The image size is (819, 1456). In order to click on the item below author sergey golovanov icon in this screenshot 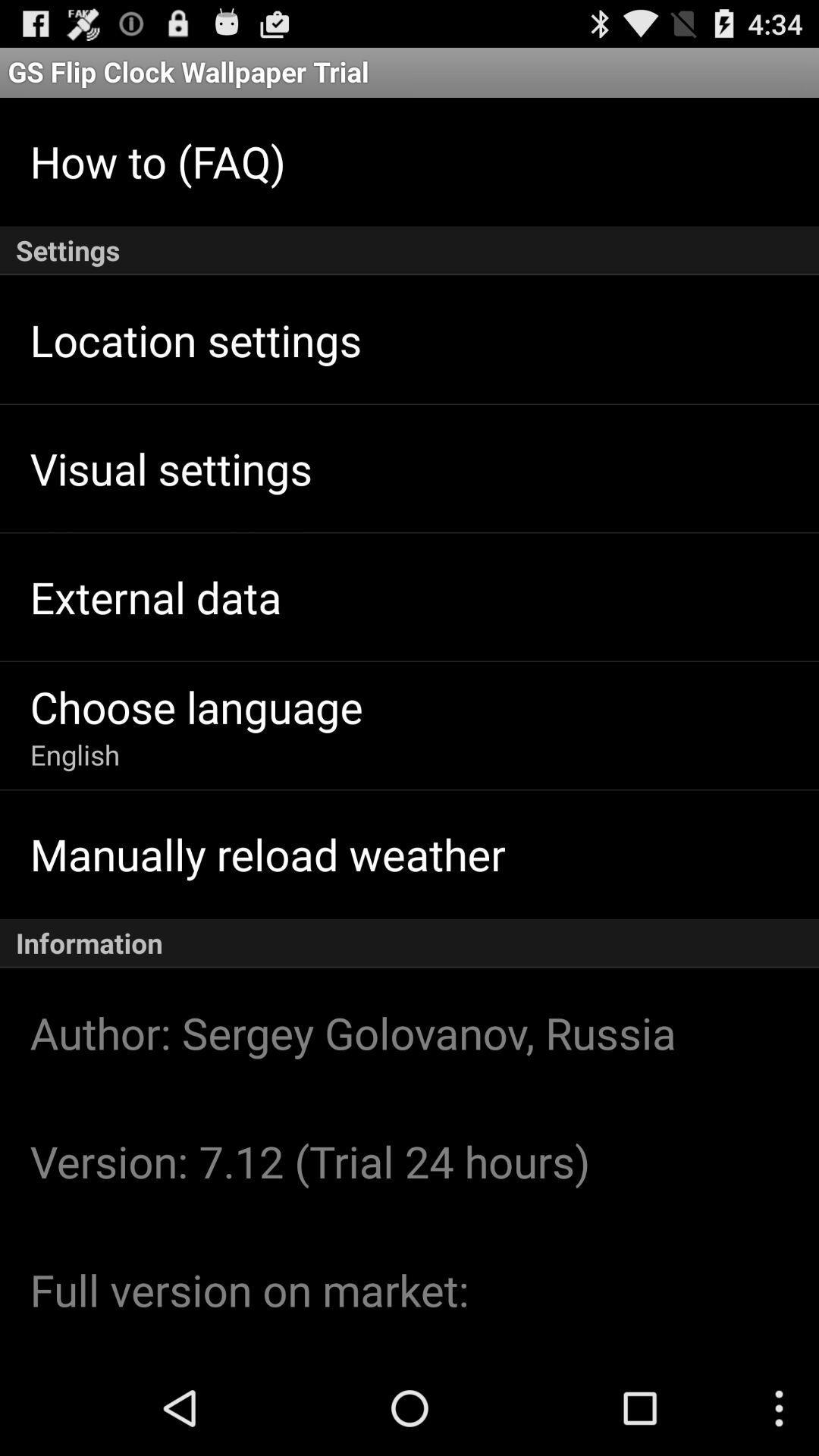, I will do `click(309, 1160)`.